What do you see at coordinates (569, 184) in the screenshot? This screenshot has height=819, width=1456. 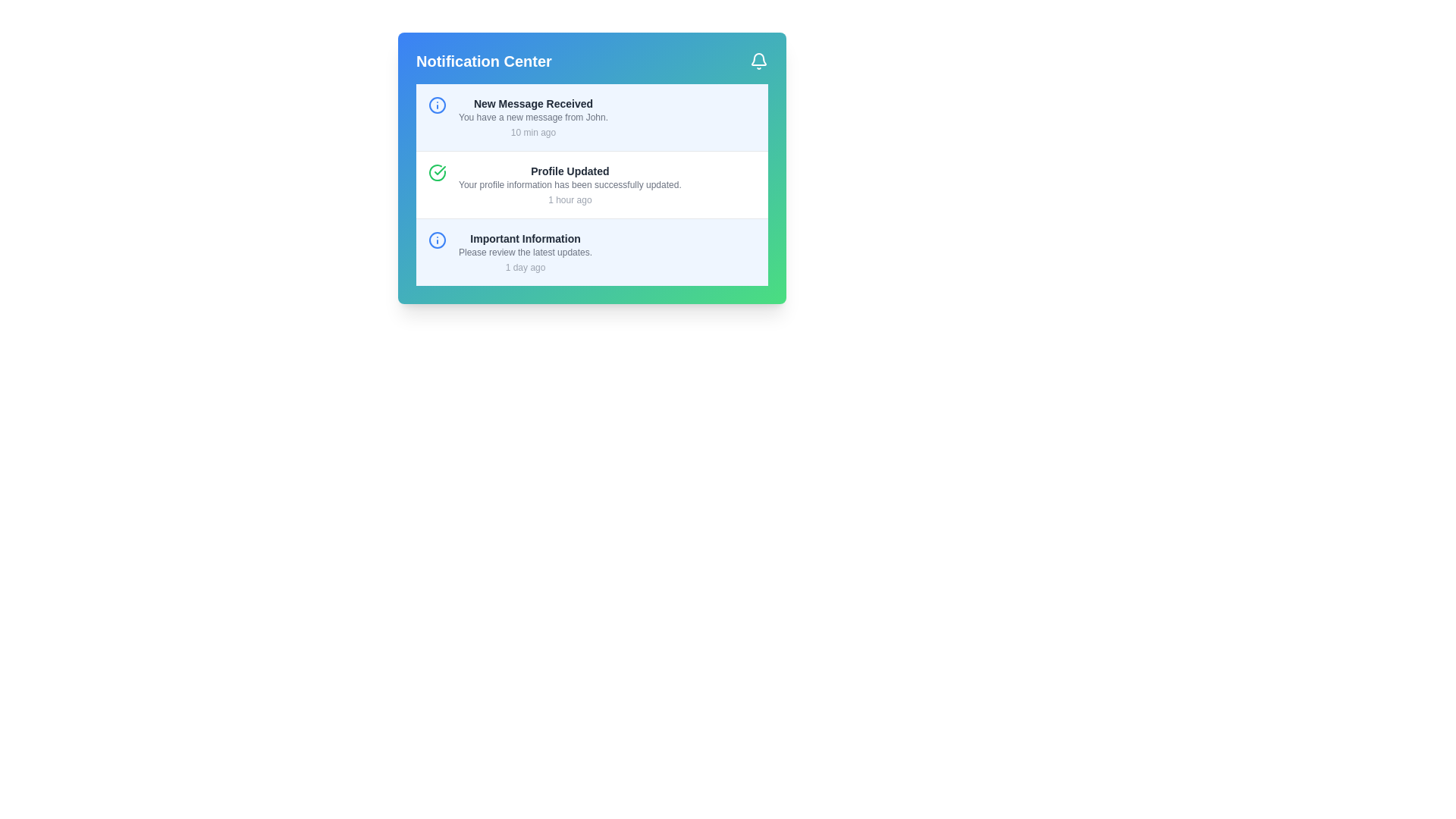 I see `informative text label that notifies the user about the successful update of their profile information, located in the Notification Center under the title 'Profile Updated'` at bounding box center [569, 184].